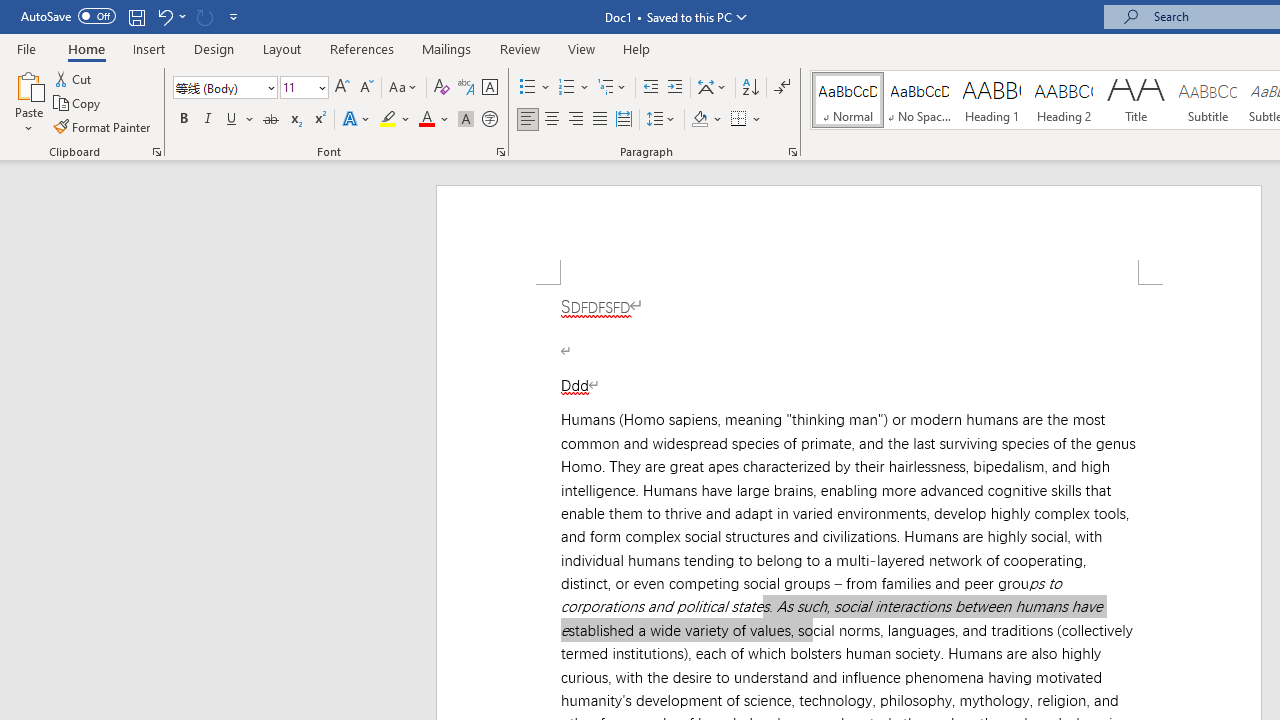 This screenshot has width=1280, height=720. I want to click on 'Font Size', so click(303, 86).